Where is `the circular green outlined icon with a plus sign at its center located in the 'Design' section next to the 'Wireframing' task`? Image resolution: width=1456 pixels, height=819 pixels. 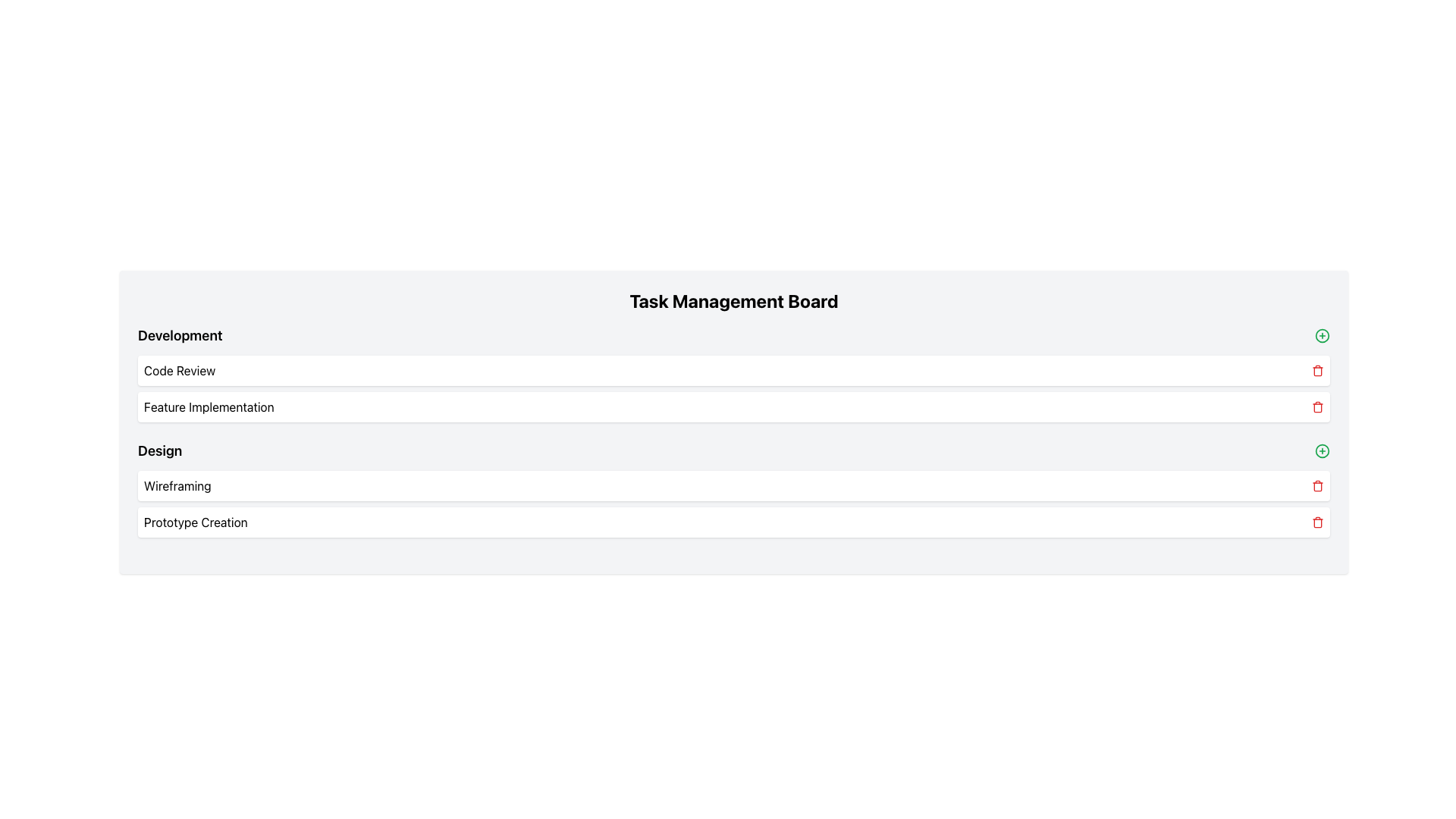
the circular green outlined icon with a plus sign at its center located in the 'Design' section next to the 'Wireframing' task is located at coordinates (1321, 335).